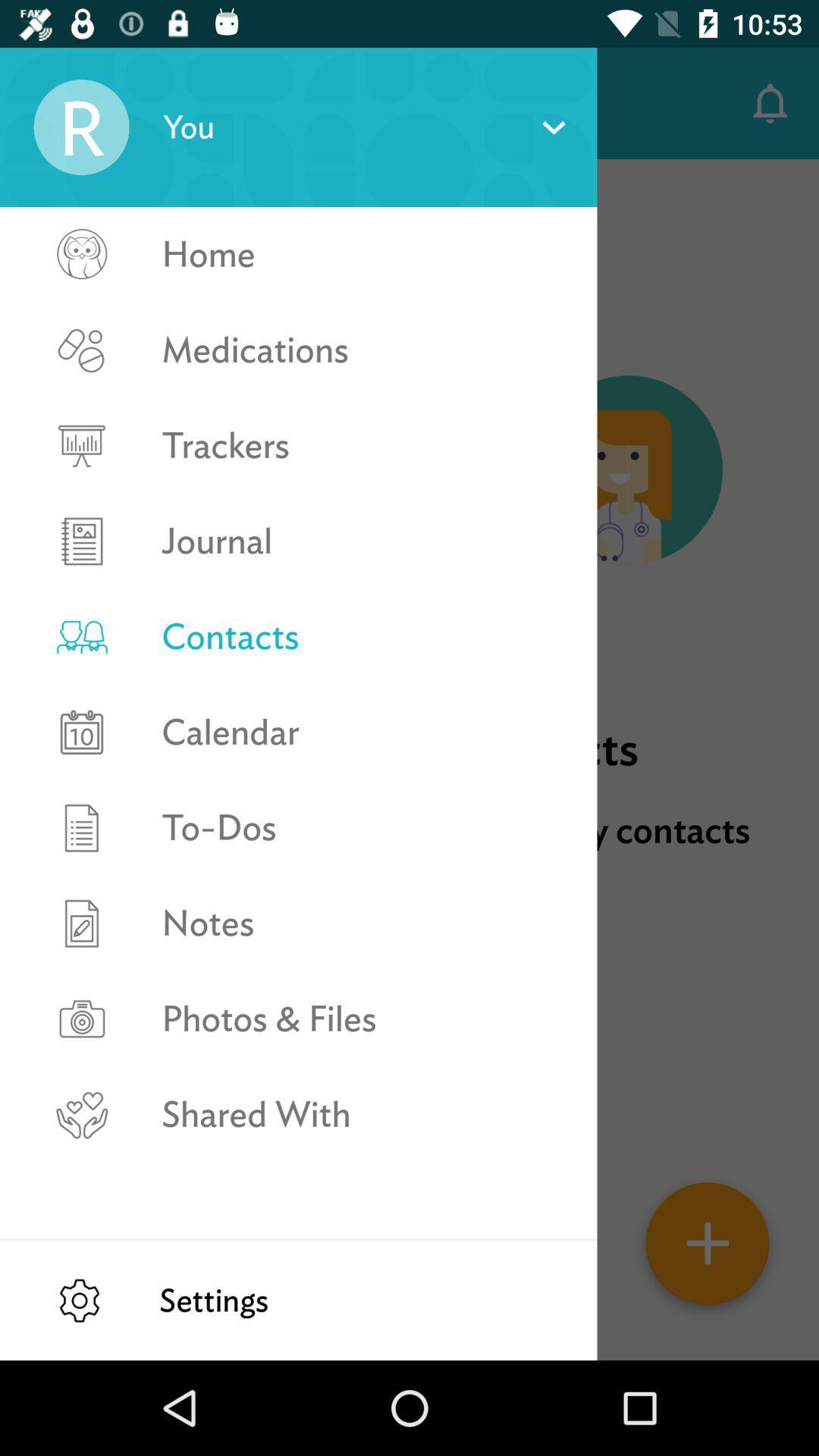 The image size is (819, 1456). What do you see at coordinates (363, 1018) in the screenshot?
I see `the photos & files icon` at bounding box center [363, 1018].